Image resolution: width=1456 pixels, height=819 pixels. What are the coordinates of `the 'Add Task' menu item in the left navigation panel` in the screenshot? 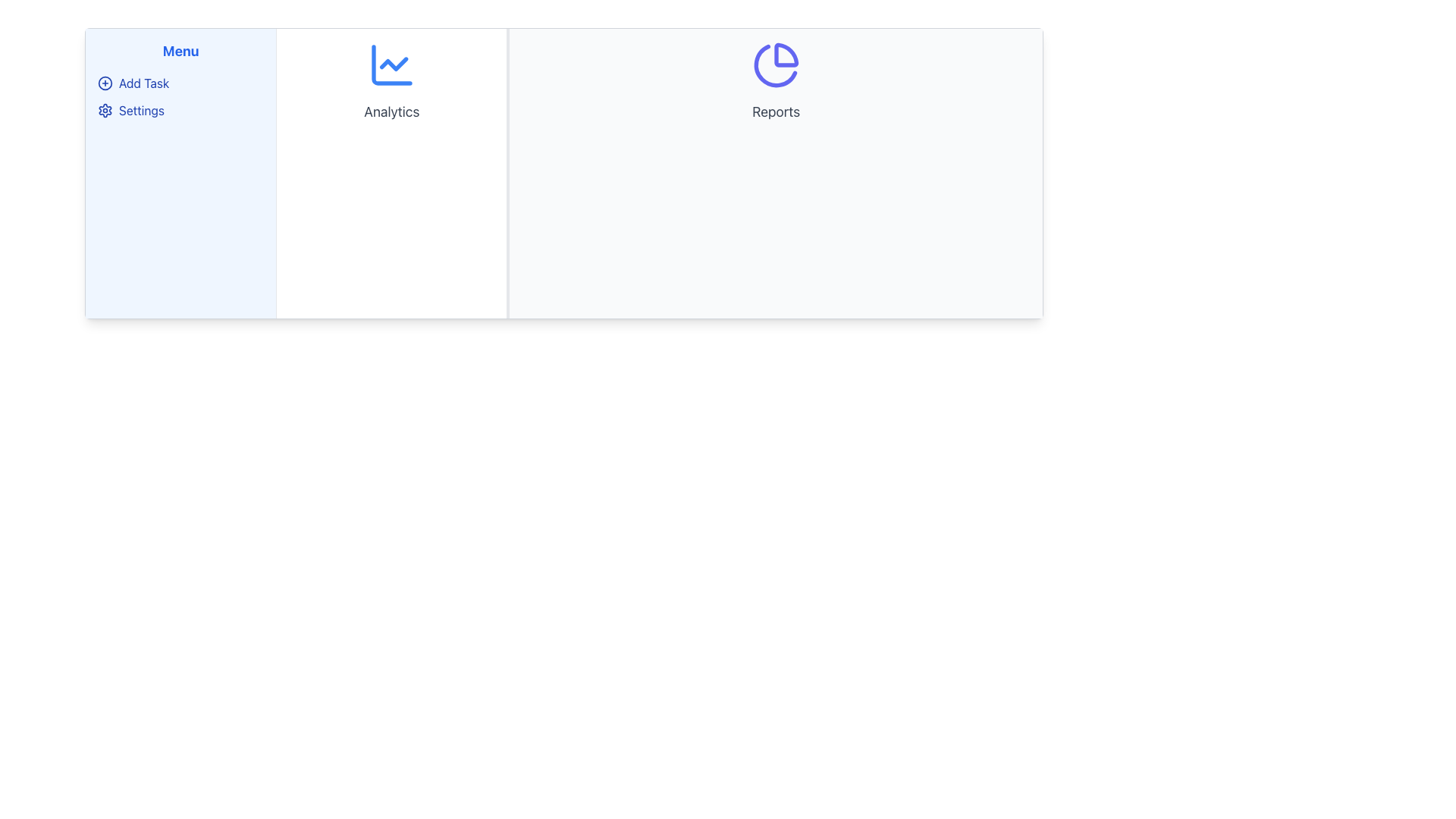 It's located at (180, 83).